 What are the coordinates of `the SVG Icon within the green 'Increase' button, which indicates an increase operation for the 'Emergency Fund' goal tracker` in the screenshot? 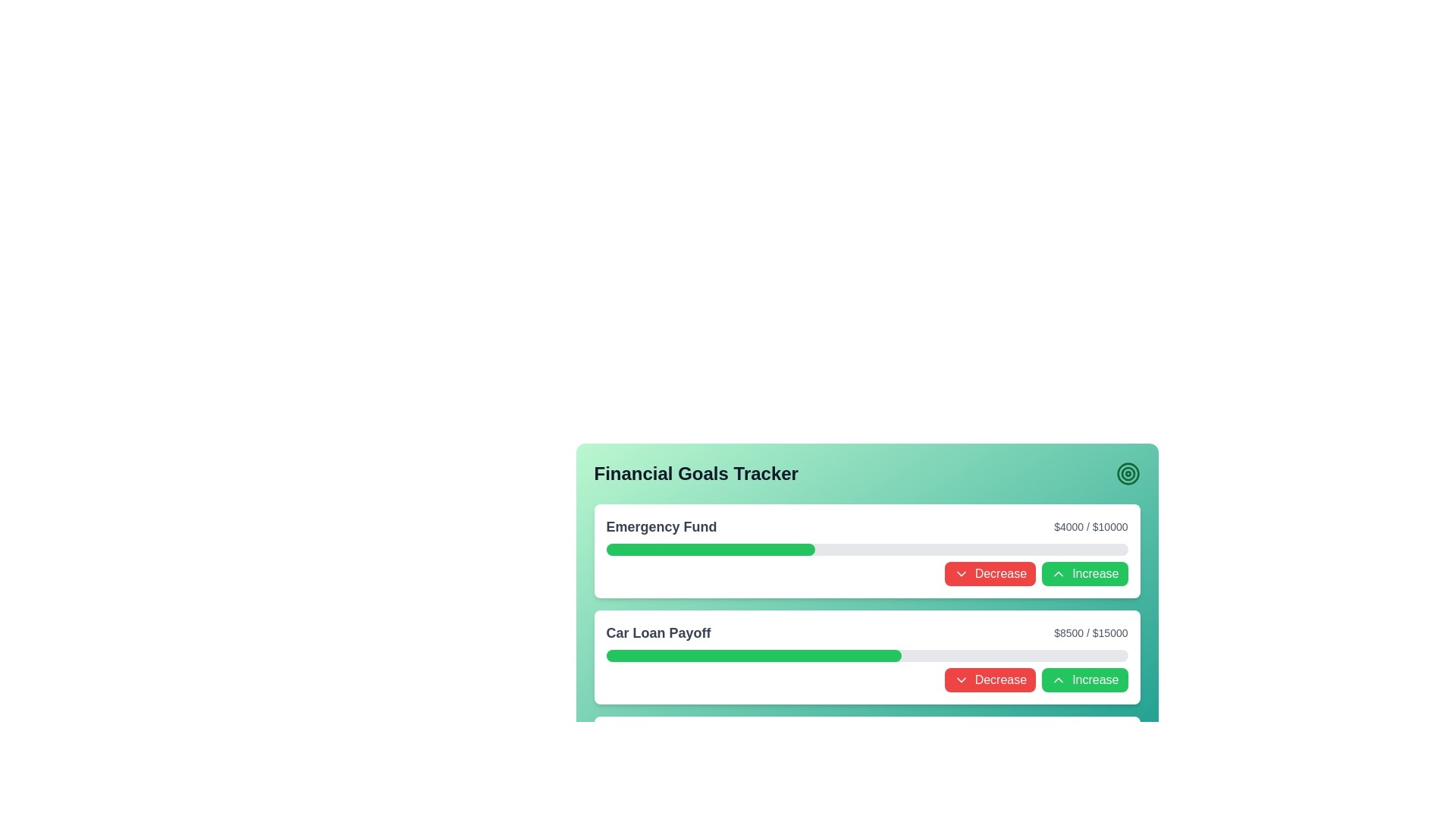 It's located at (1058, 573).